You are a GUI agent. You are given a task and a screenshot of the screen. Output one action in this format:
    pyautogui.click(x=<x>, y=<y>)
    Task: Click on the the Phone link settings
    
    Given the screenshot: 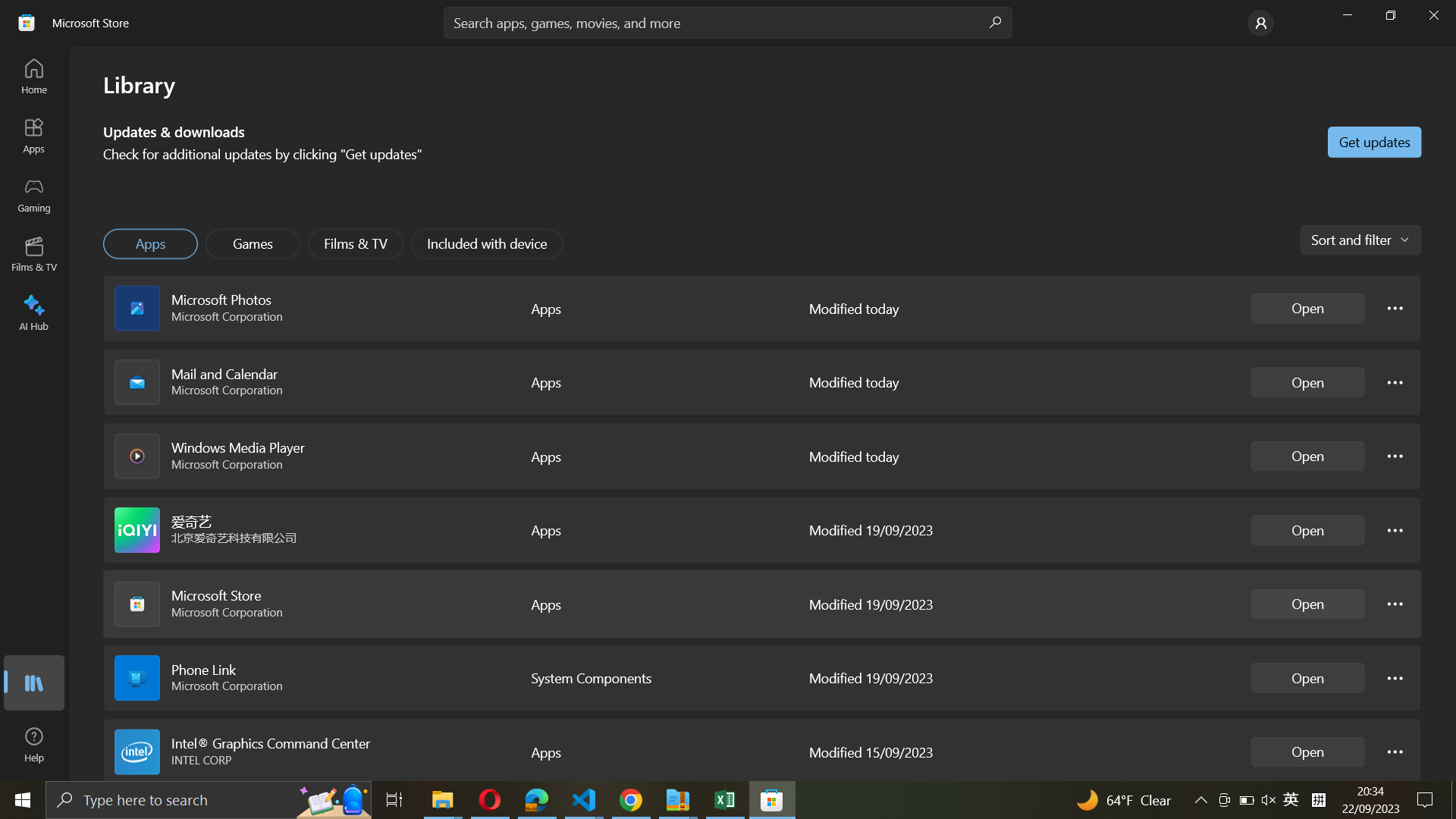 What is the action you would take?
    pyautogui.click(x=1395, y=676)
    